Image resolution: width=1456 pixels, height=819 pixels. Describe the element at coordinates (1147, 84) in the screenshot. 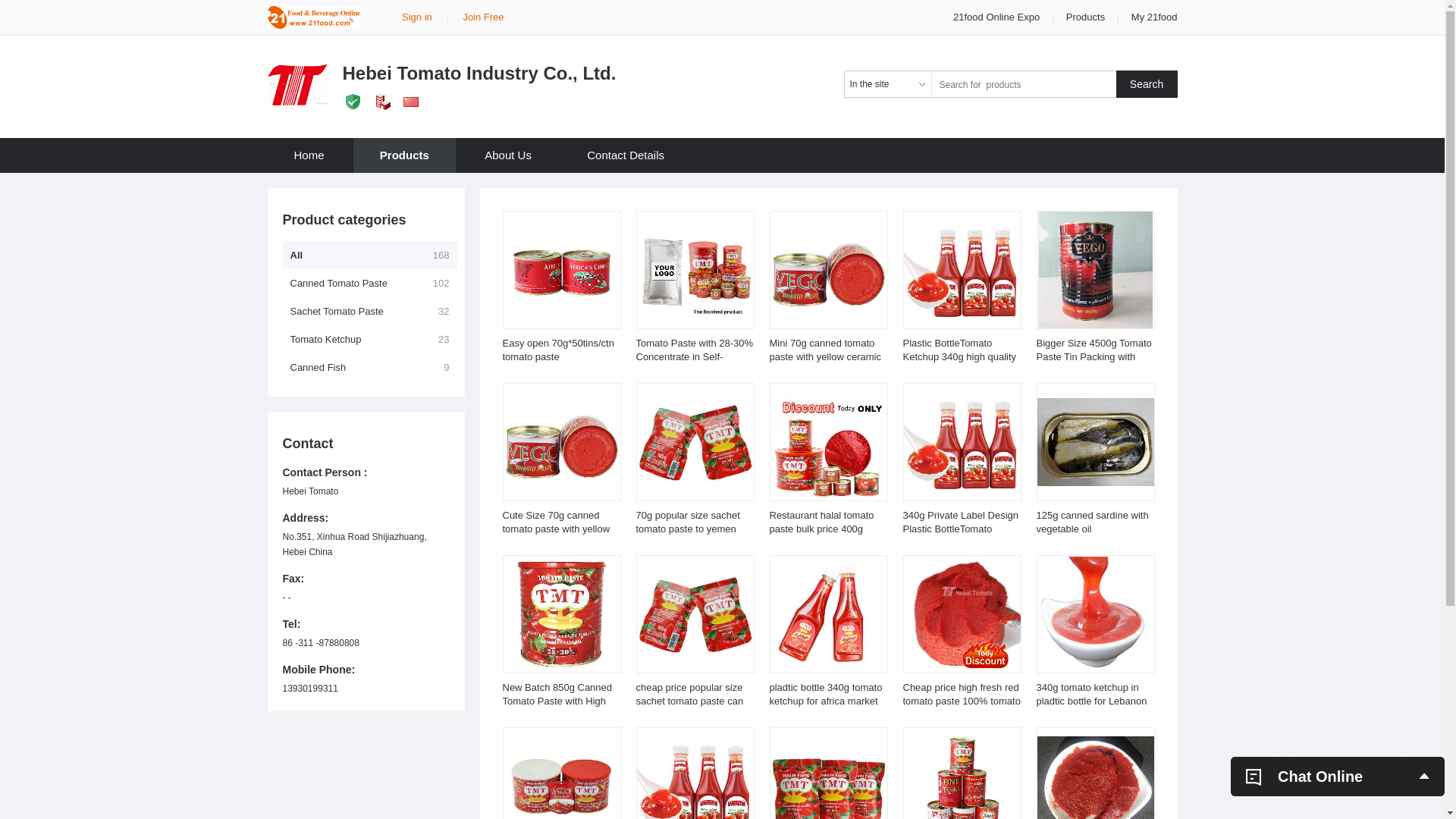

I see `'Search'` at that location.